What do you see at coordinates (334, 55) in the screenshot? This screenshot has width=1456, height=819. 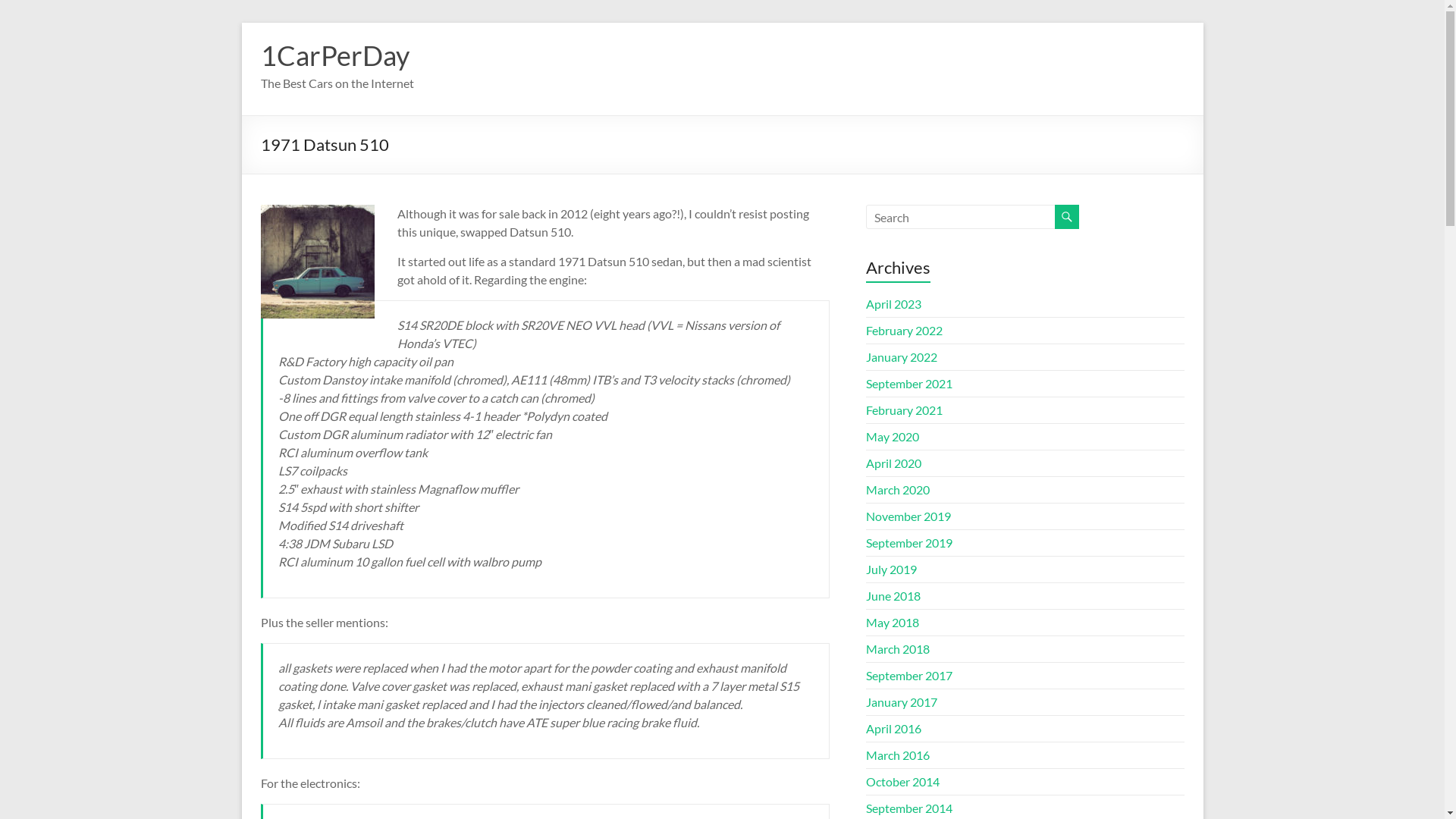 I see `'1CarPerDay'` at bounding box center [334, 55].